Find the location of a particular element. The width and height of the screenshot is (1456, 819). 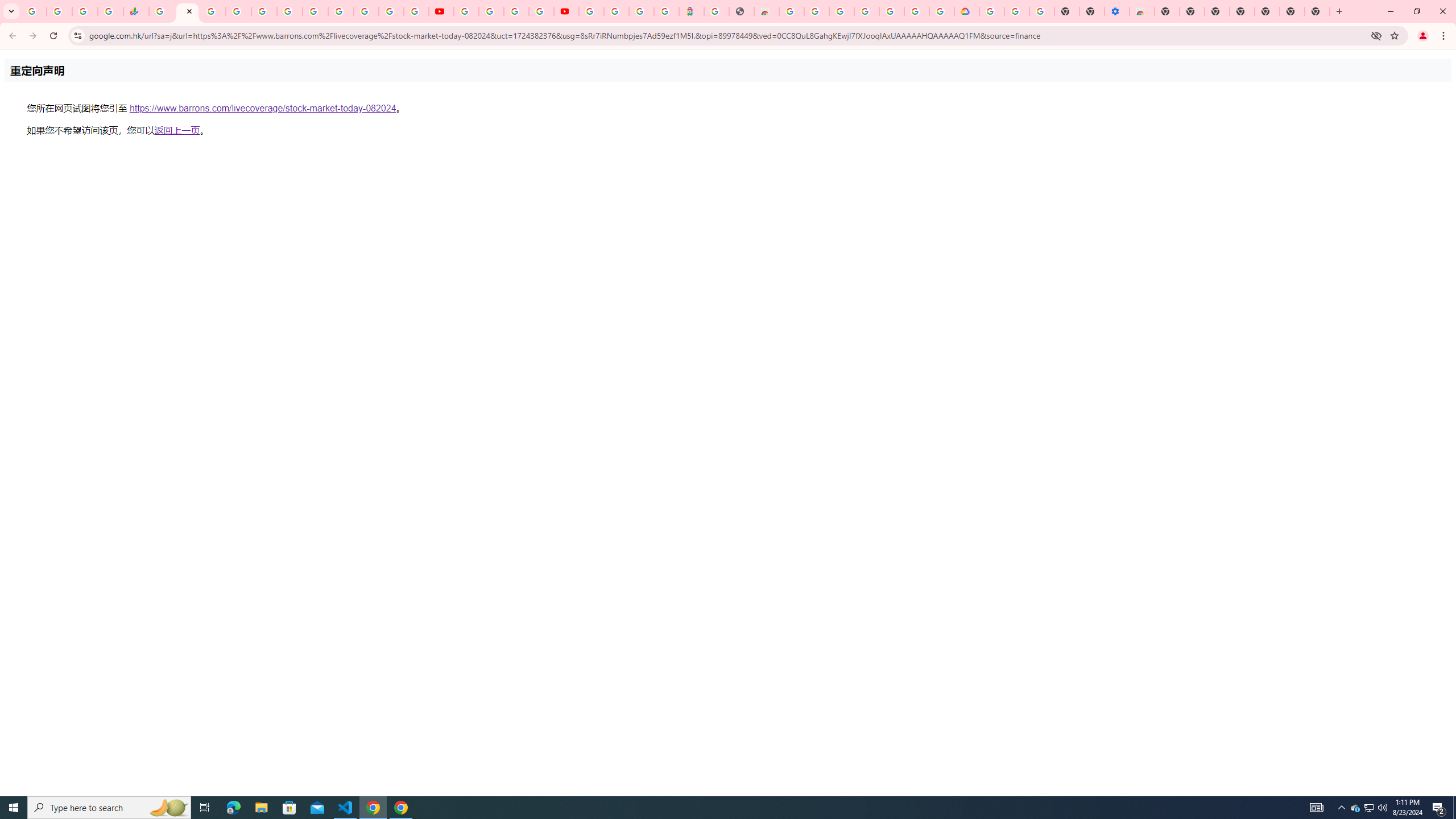

'Google Workspace Admin Community' is located at coordinates (34, 11).